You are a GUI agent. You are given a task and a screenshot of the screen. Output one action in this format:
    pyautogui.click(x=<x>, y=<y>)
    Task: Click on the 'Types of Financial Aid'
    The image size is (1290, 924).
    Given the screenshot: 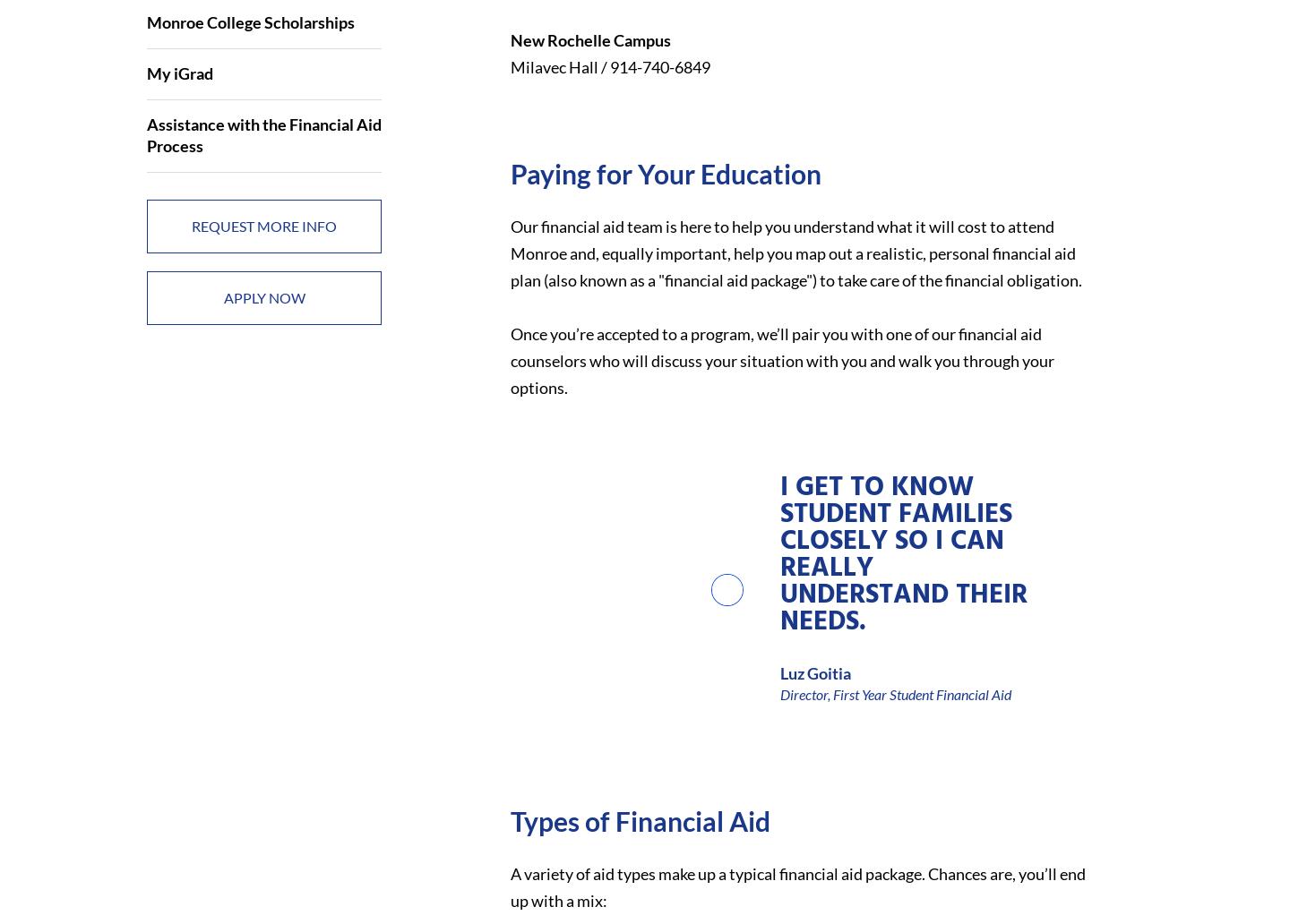 What is the action you would take?
    pyautogui.click(x=639, y=819)
    